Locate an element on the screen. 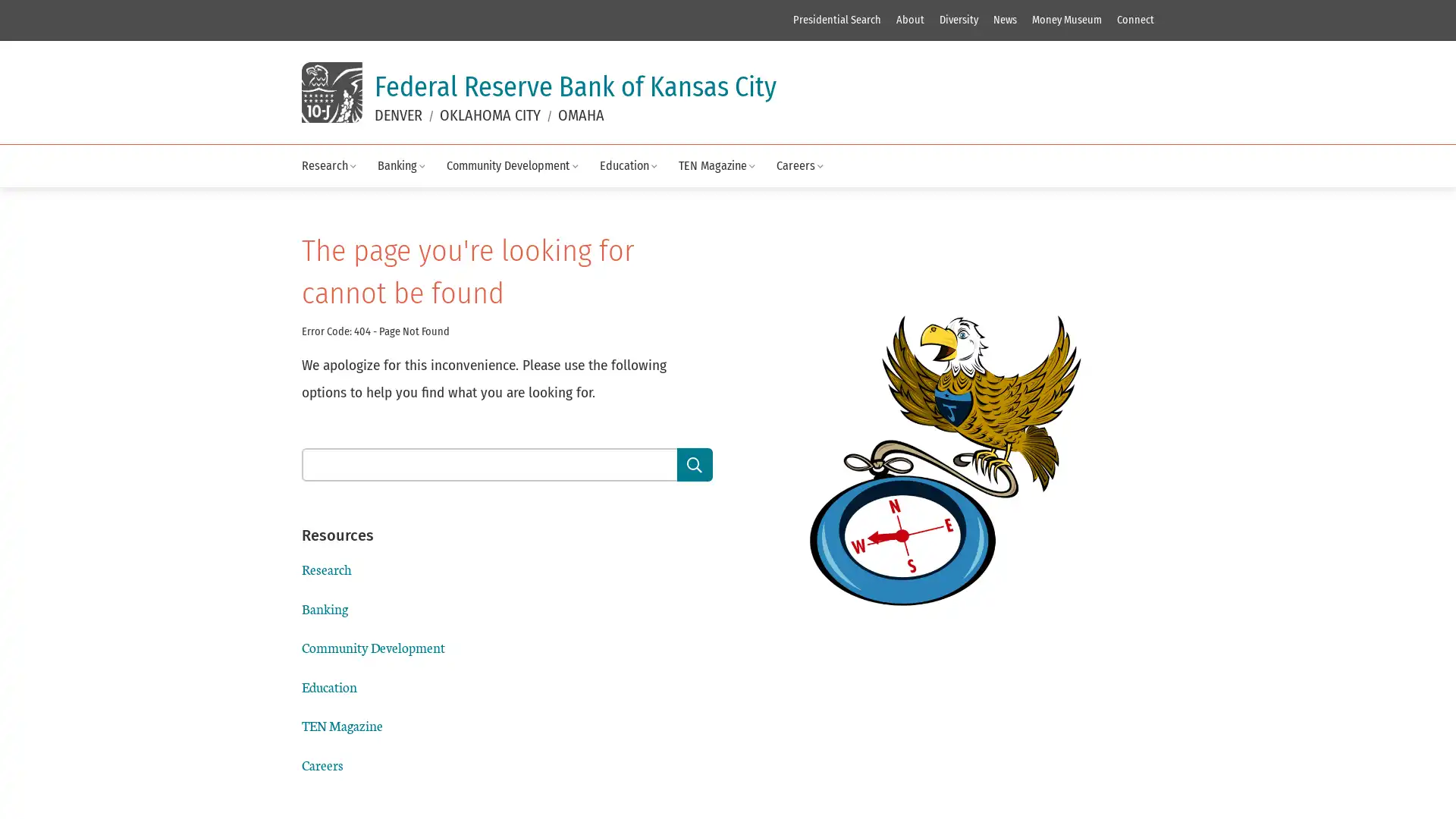 The image size is (1456, 819). Banking is located at coordinates (401, 165).